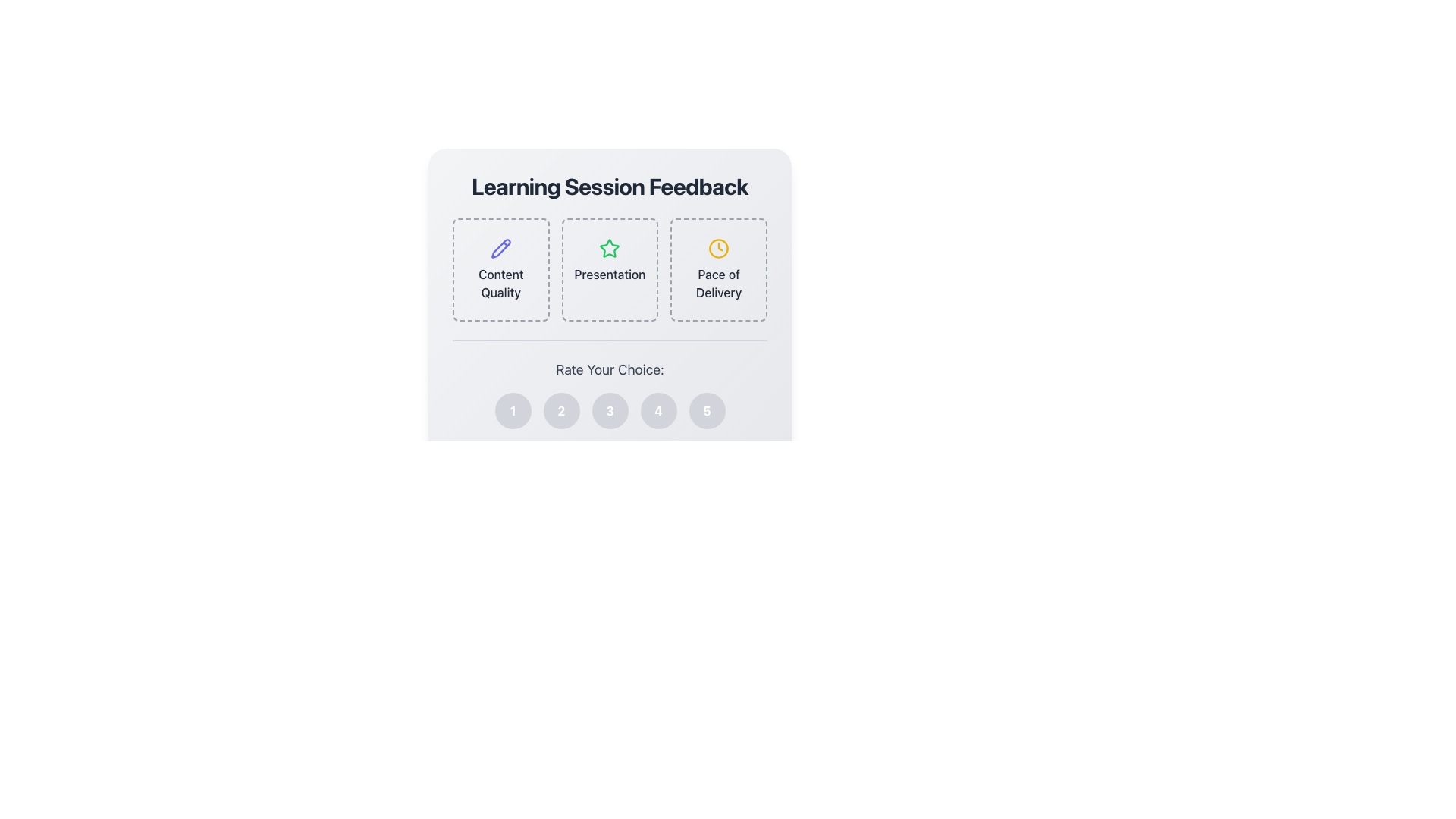 The image size is (1456, 819). What do you see at coordinates (718, 284) in the screenshot?
I see `the 'Pace of Delivery' text label, which is located below the clock icon in the feedback form` at bounding box center [718, 284].